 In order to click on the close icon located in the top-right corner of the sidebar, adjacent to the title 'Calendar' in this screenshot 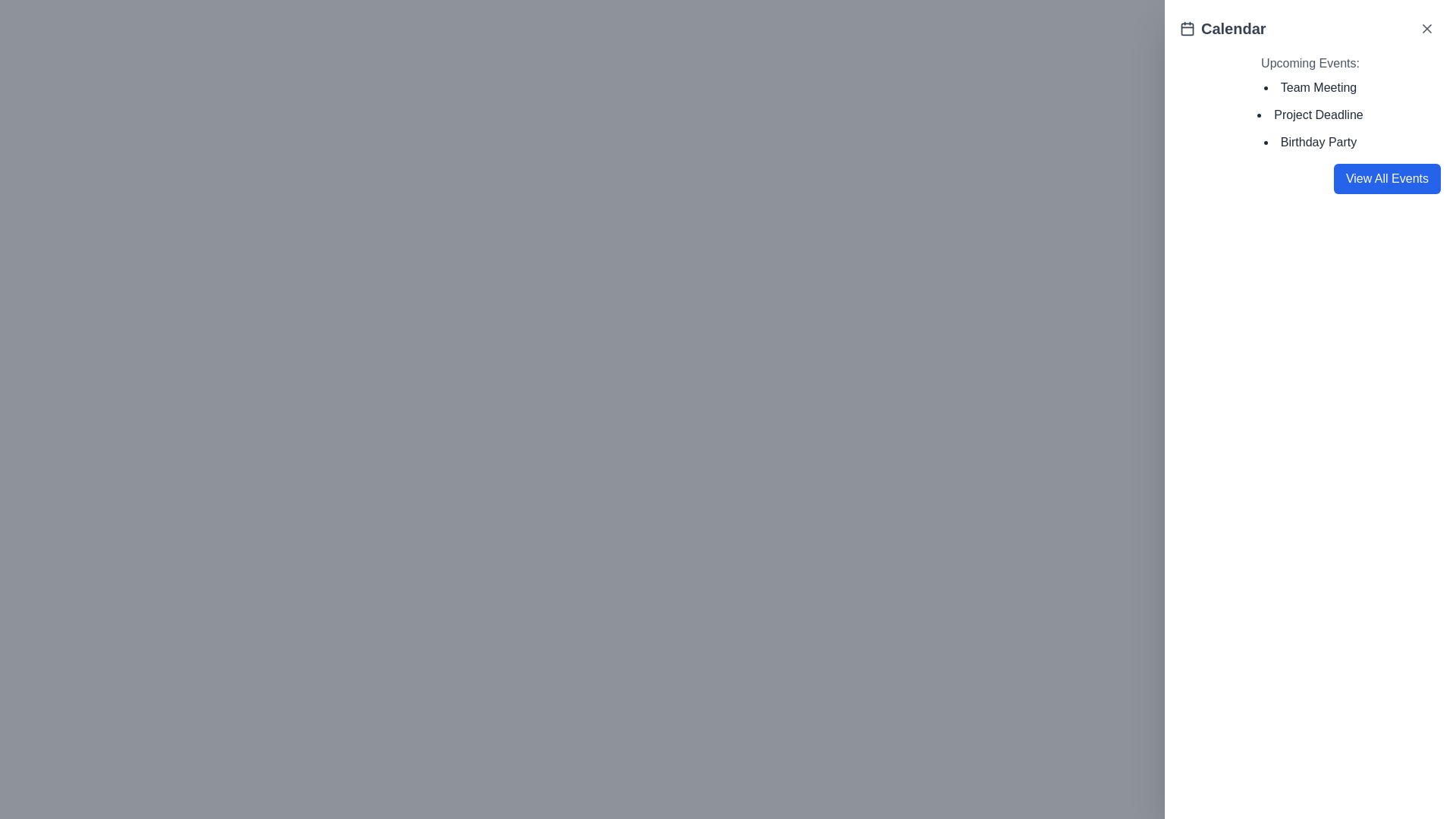, I will do `click(1426, 29)`.